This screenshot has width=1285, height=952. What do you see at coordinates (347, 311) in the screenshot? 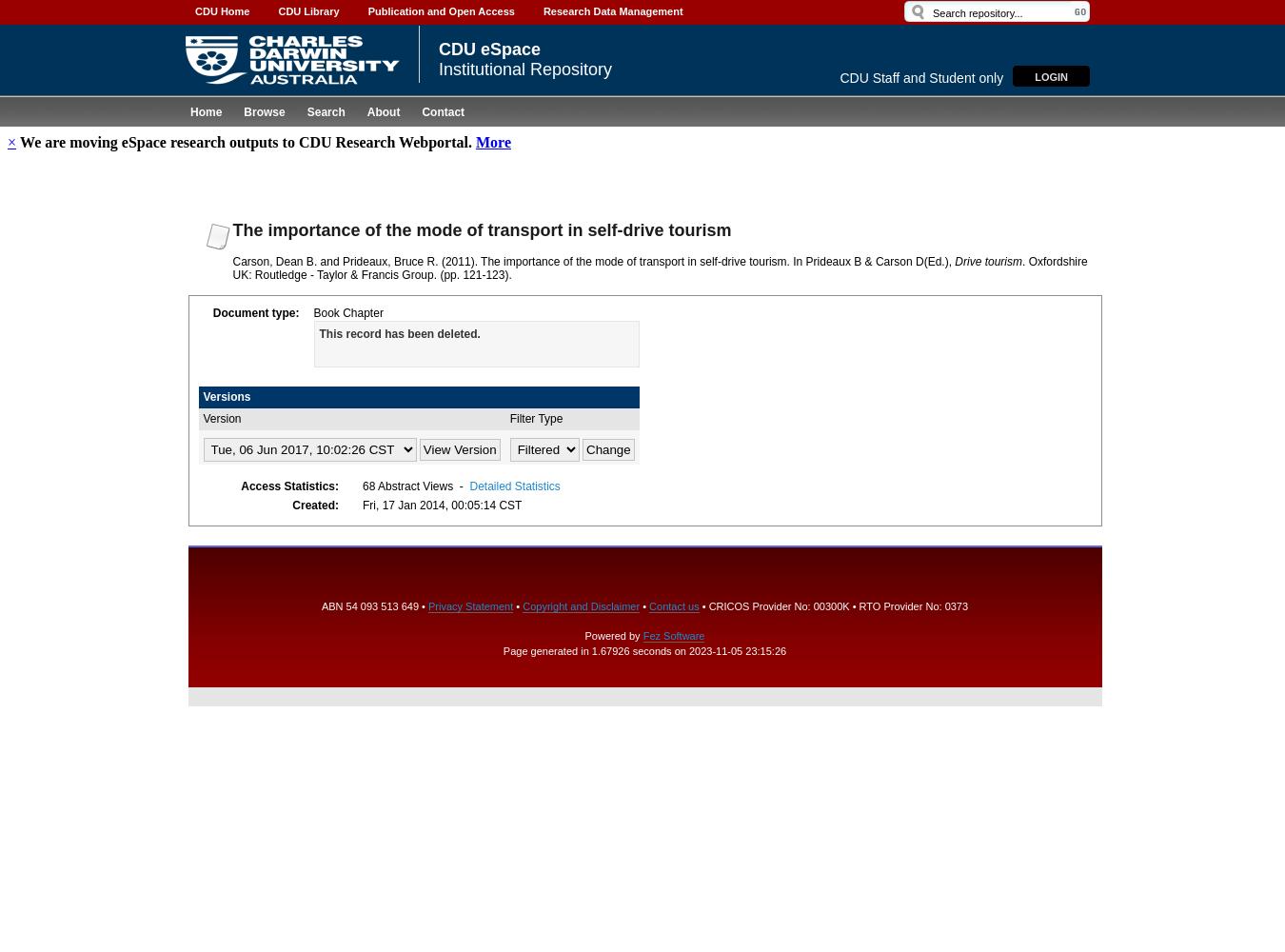
I see `'Book Chapter'` at bounding box center [347, 311].